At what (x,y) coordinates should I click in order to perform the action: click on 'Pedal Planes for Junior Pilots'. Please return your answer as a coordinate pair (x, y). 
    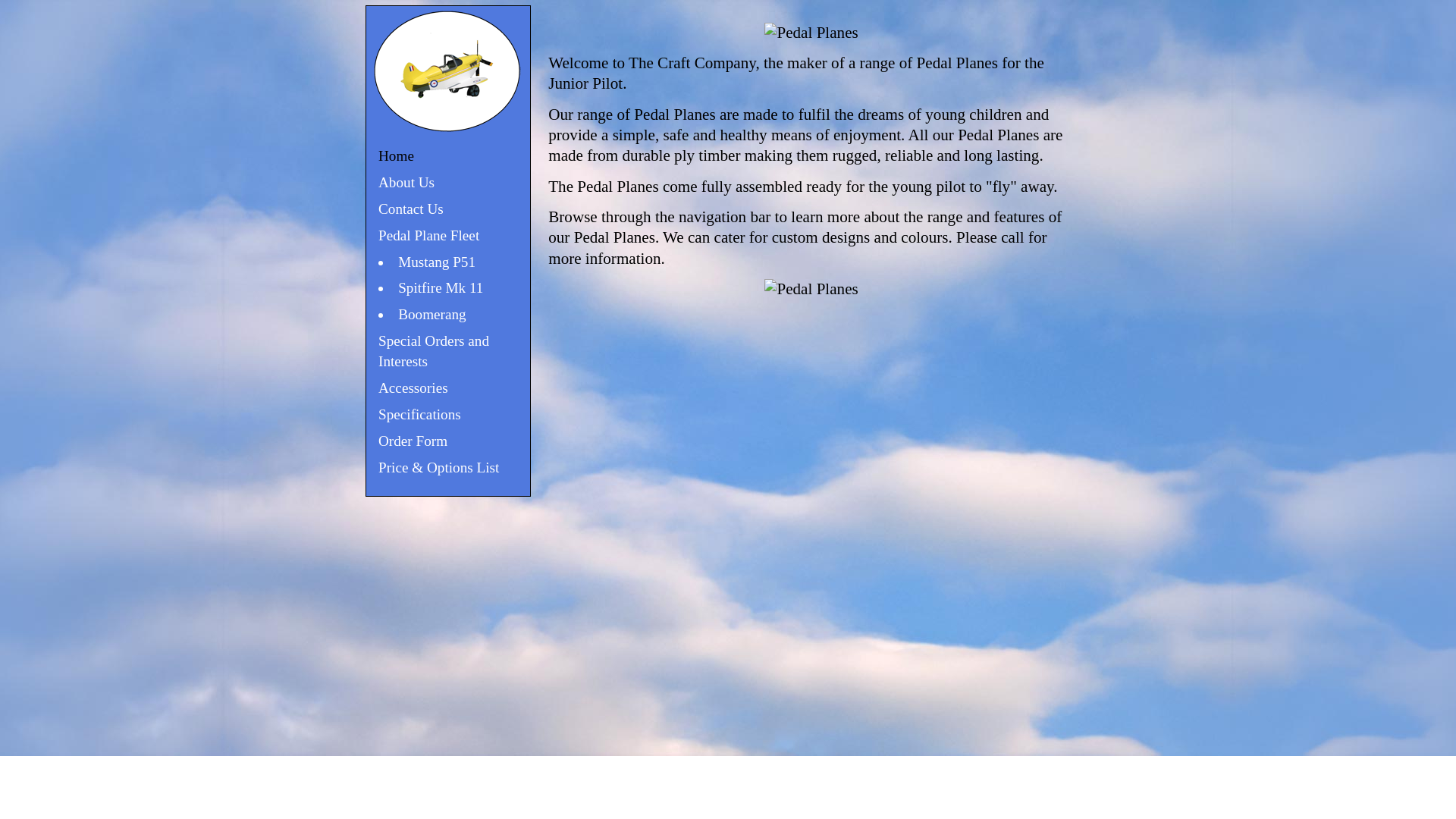
    Looking at the image, I should click on (447, 129).